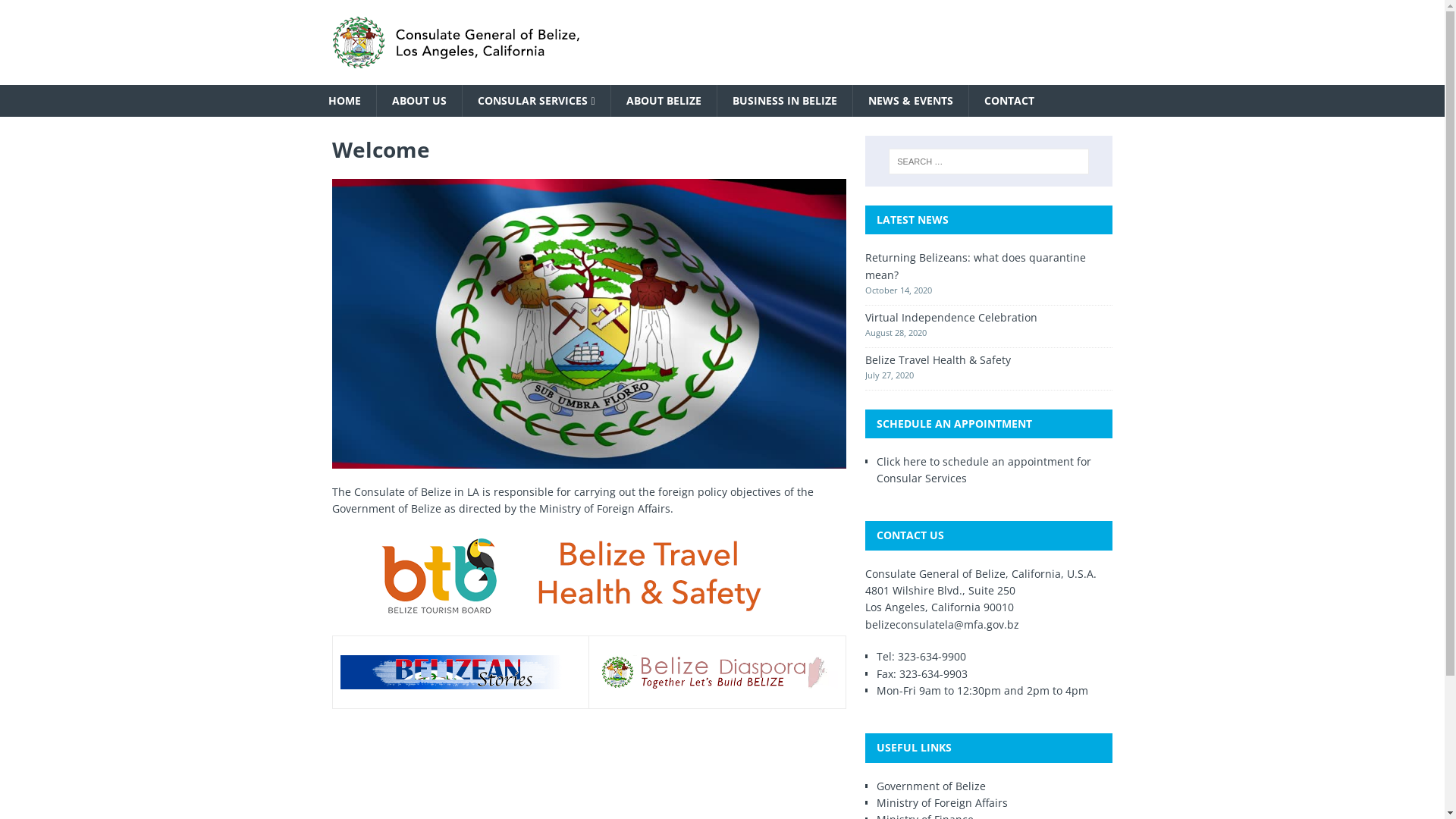 Image resolution: width=1456 pixels, height=819 pixels. What do you see at coordinates (1009, 100) in the screenshot?
I see `'CONTACT'` at bounding box center [1009, 100].